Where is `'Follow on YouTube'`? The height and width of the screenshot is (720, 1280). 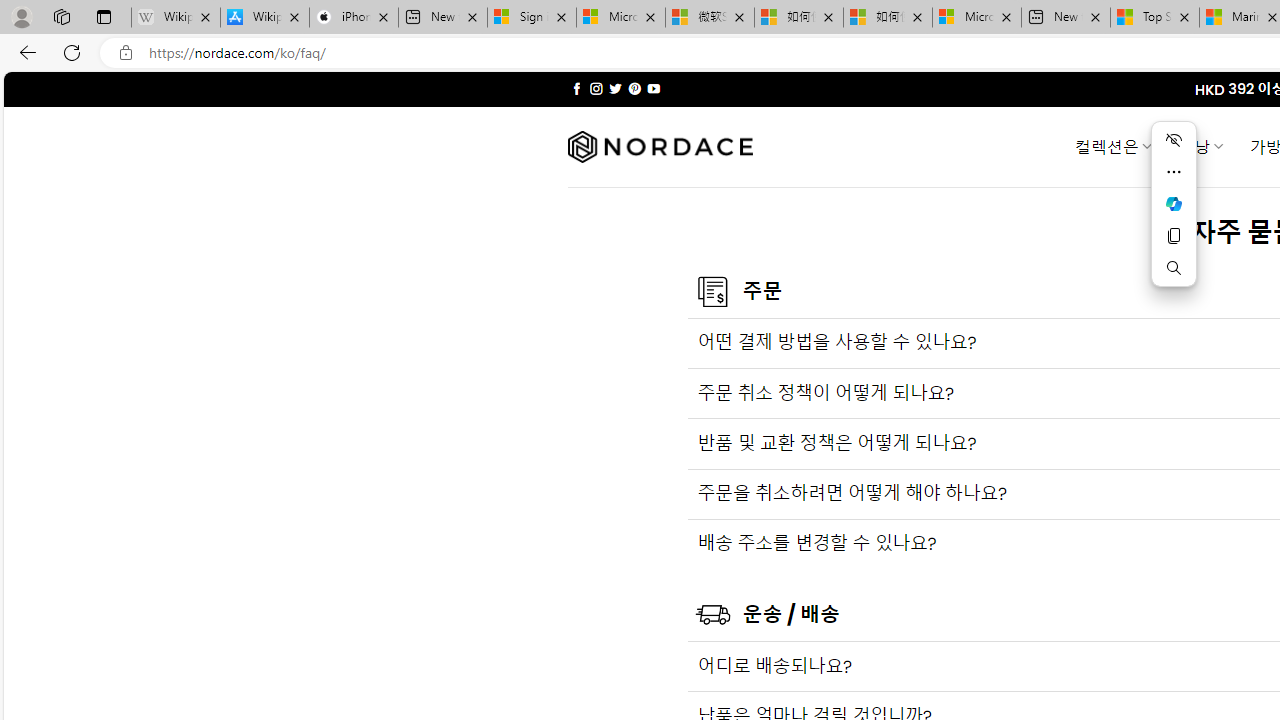 'Follow on YouTube' is located at coordinates (653, 88).